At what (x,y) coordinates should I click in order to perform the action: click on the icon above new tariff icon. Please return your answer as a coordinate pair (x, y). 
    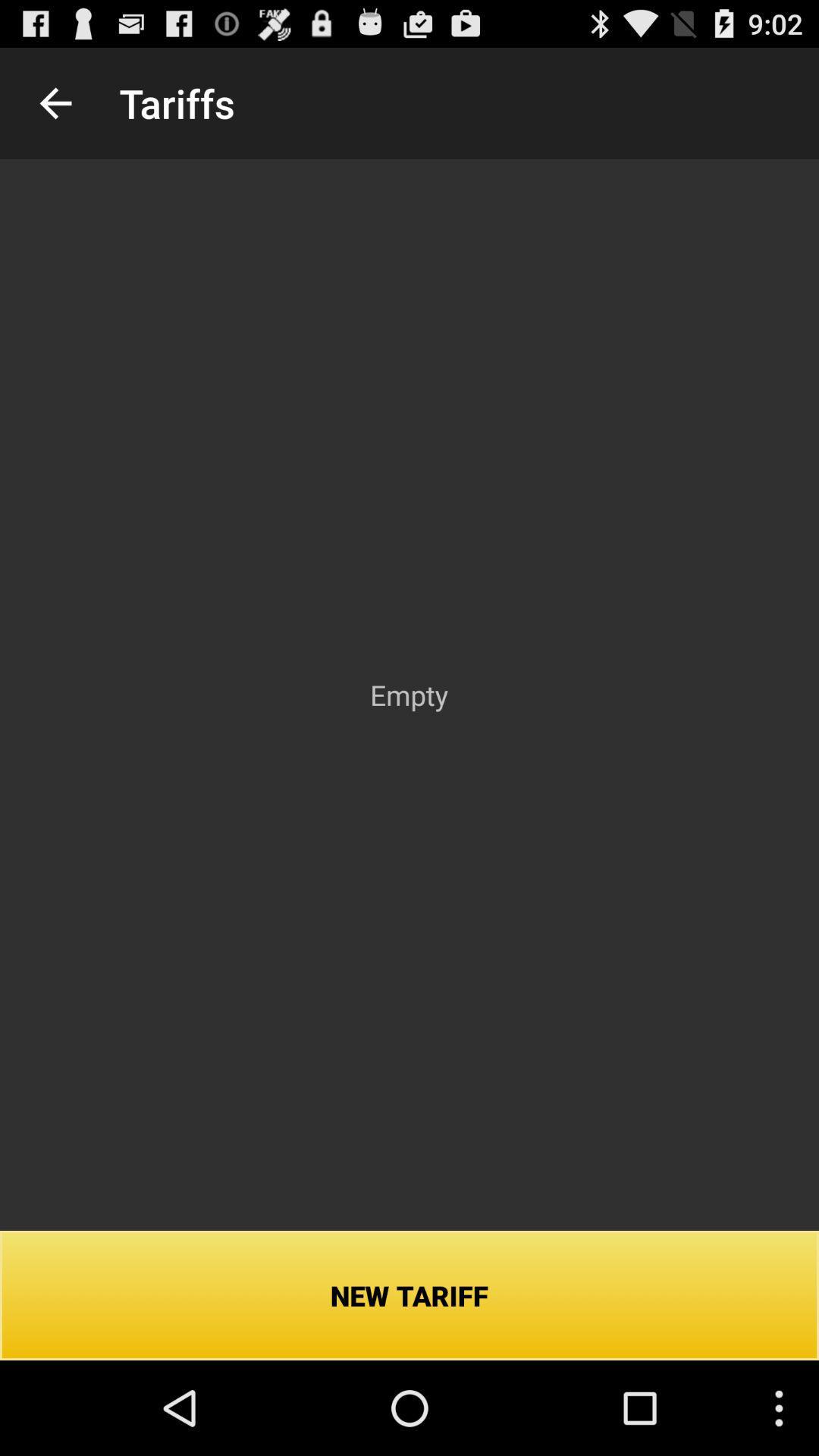
    Looking at the image, I should click on (55, 102).